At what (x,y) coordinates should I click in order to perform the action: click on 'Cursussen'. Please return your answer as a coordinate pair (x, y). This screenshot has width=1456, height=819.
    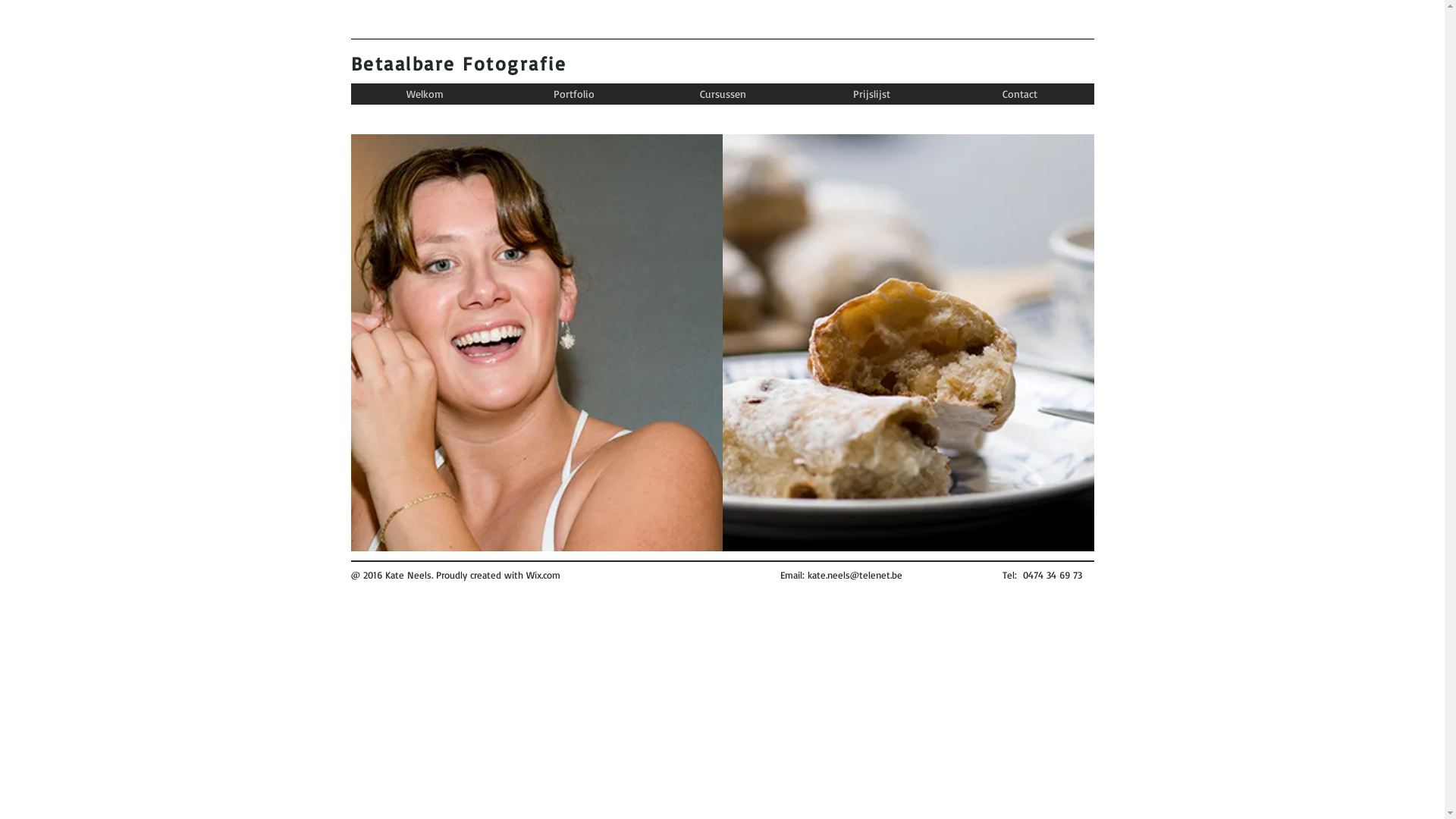
    Looking at the image, I should click on (720, 93).